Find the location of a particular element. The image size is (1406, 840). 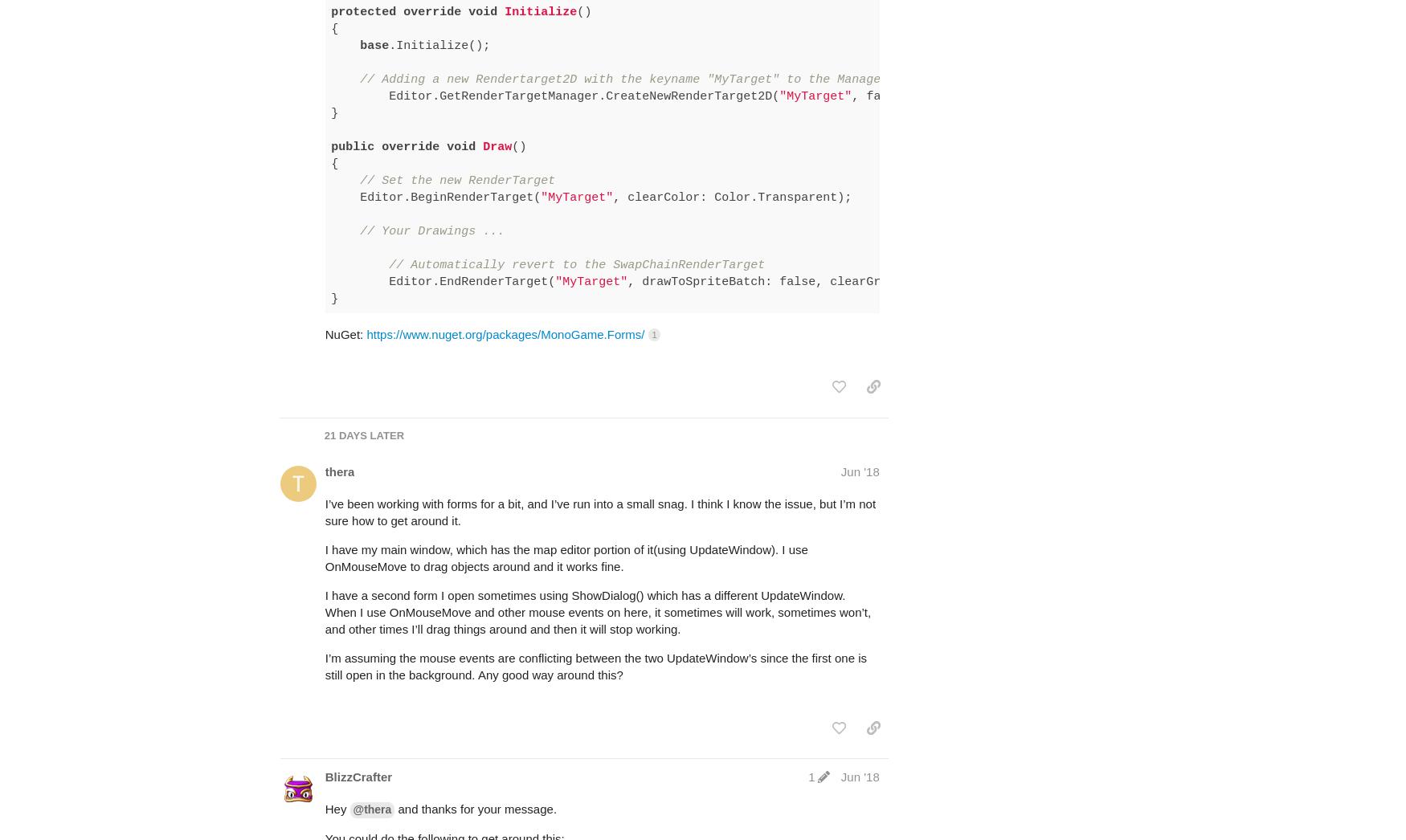

', clearColor: Color.Transparent);' is located at coordinates (591, 151).